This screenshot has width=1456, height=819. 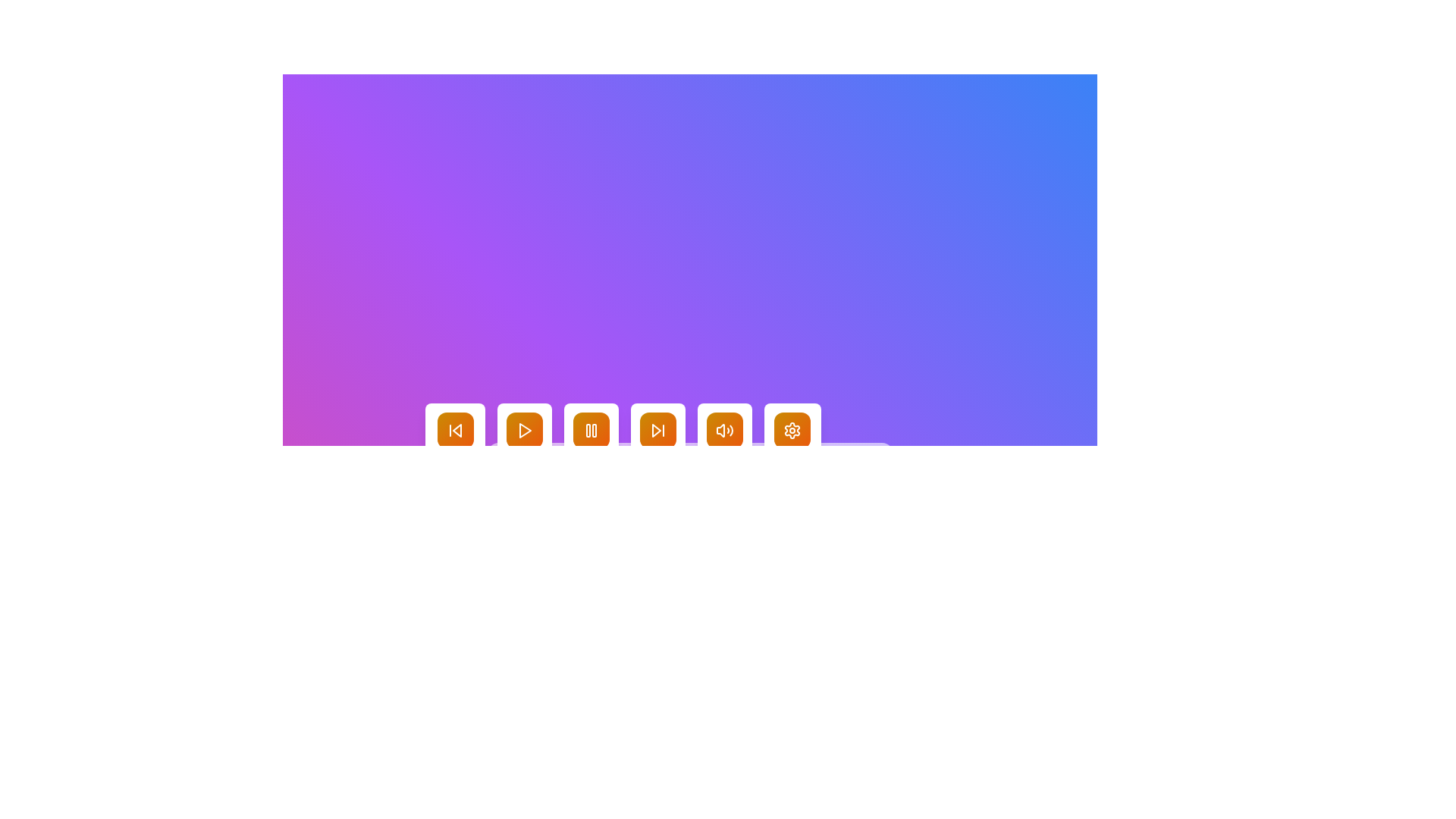 What do you see at coordinates (657, 430) in the screenshot?
I see `the fifth button in the horizontal row of media control icons` at bounding box center [657, 430].